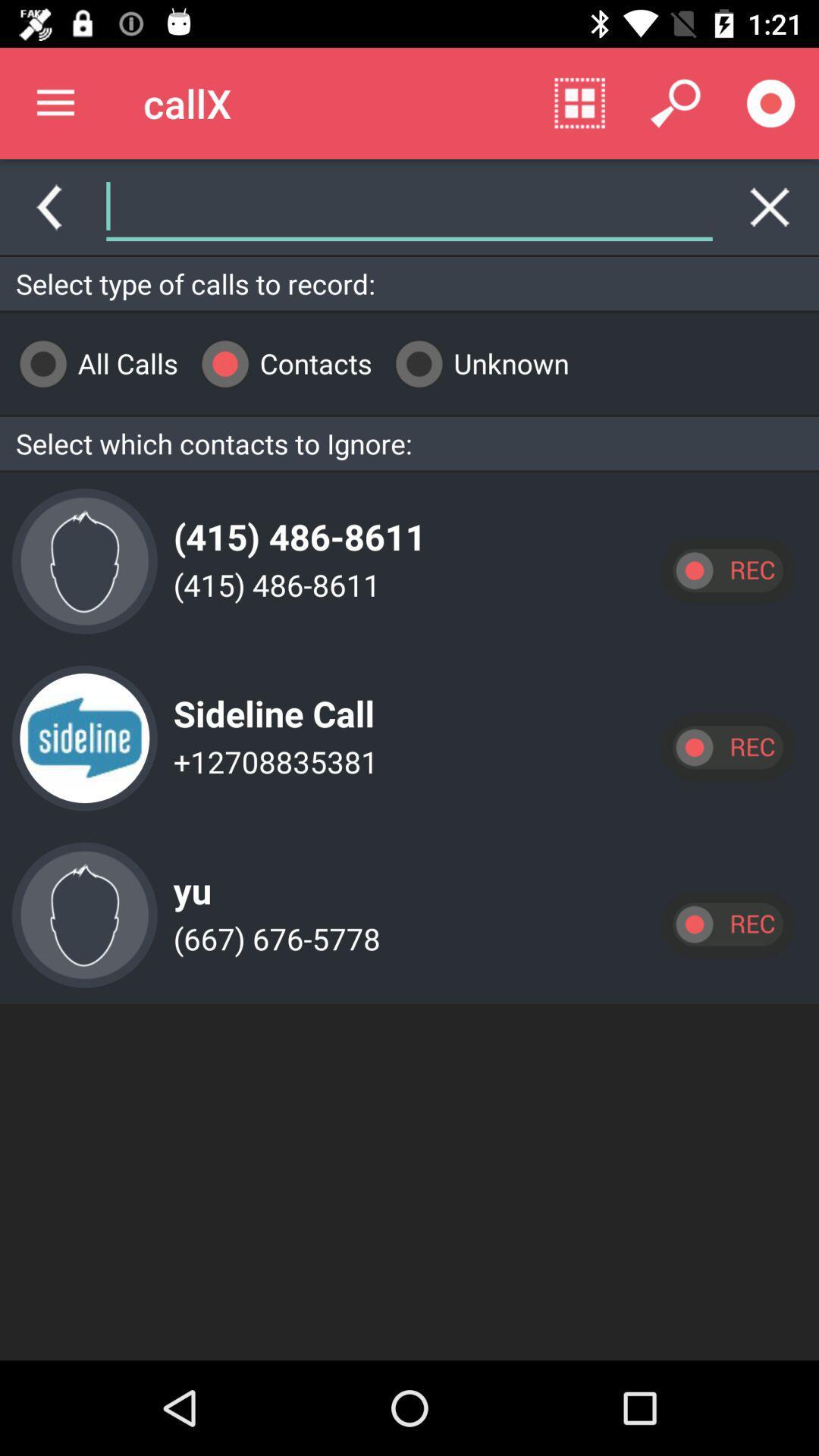  I want to click on search contact, so click(409, 206).